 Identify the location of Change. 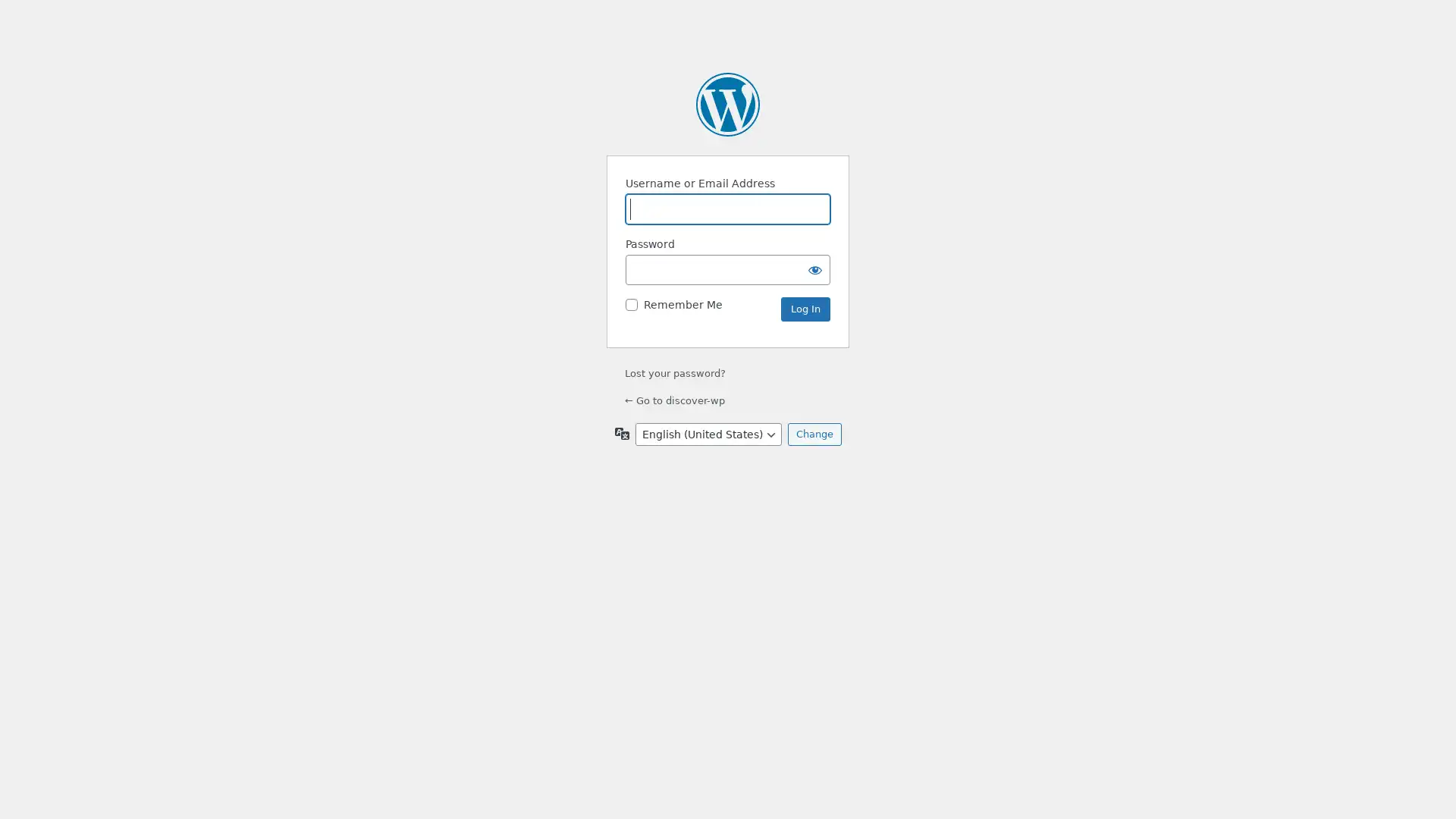
(813, 435).